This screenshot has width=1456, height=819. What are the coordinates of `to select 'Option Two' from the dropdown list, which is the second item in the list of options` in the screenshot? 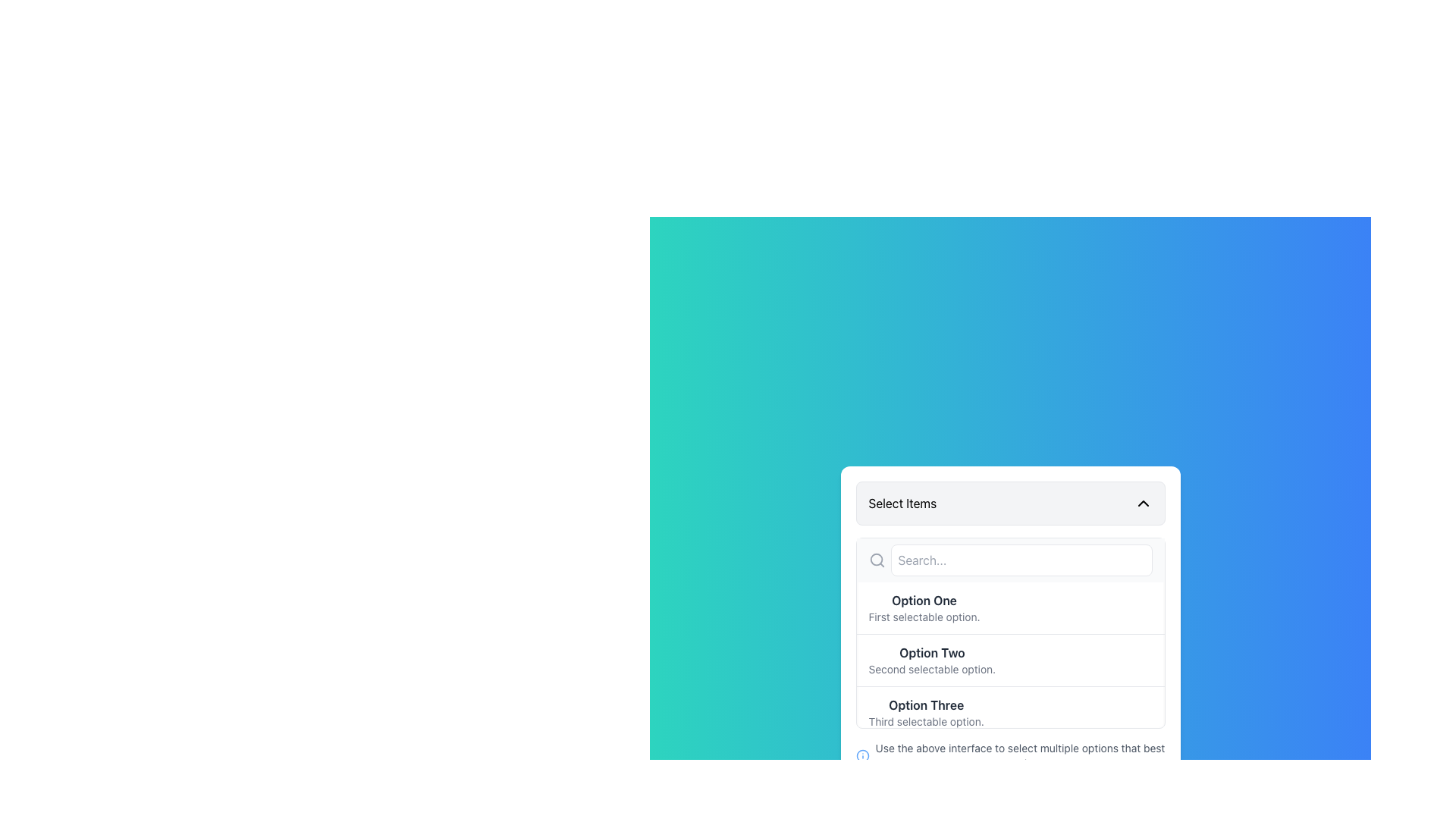 It's located at (1010, 659).